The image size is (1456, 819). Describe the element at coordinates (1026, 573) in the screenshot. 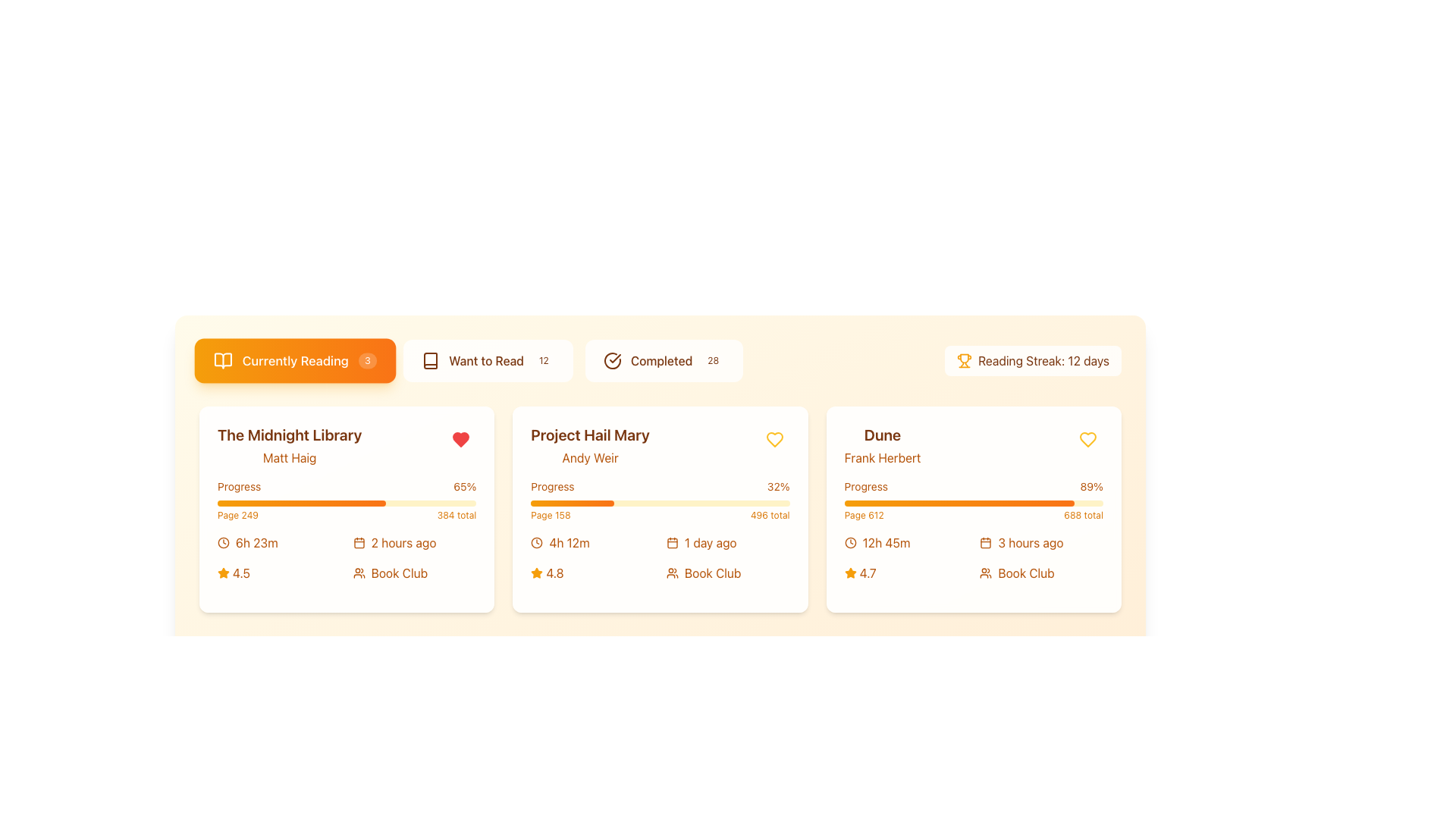

I see `the 'Book Club' text label, which is styled in amber color and` at that location.